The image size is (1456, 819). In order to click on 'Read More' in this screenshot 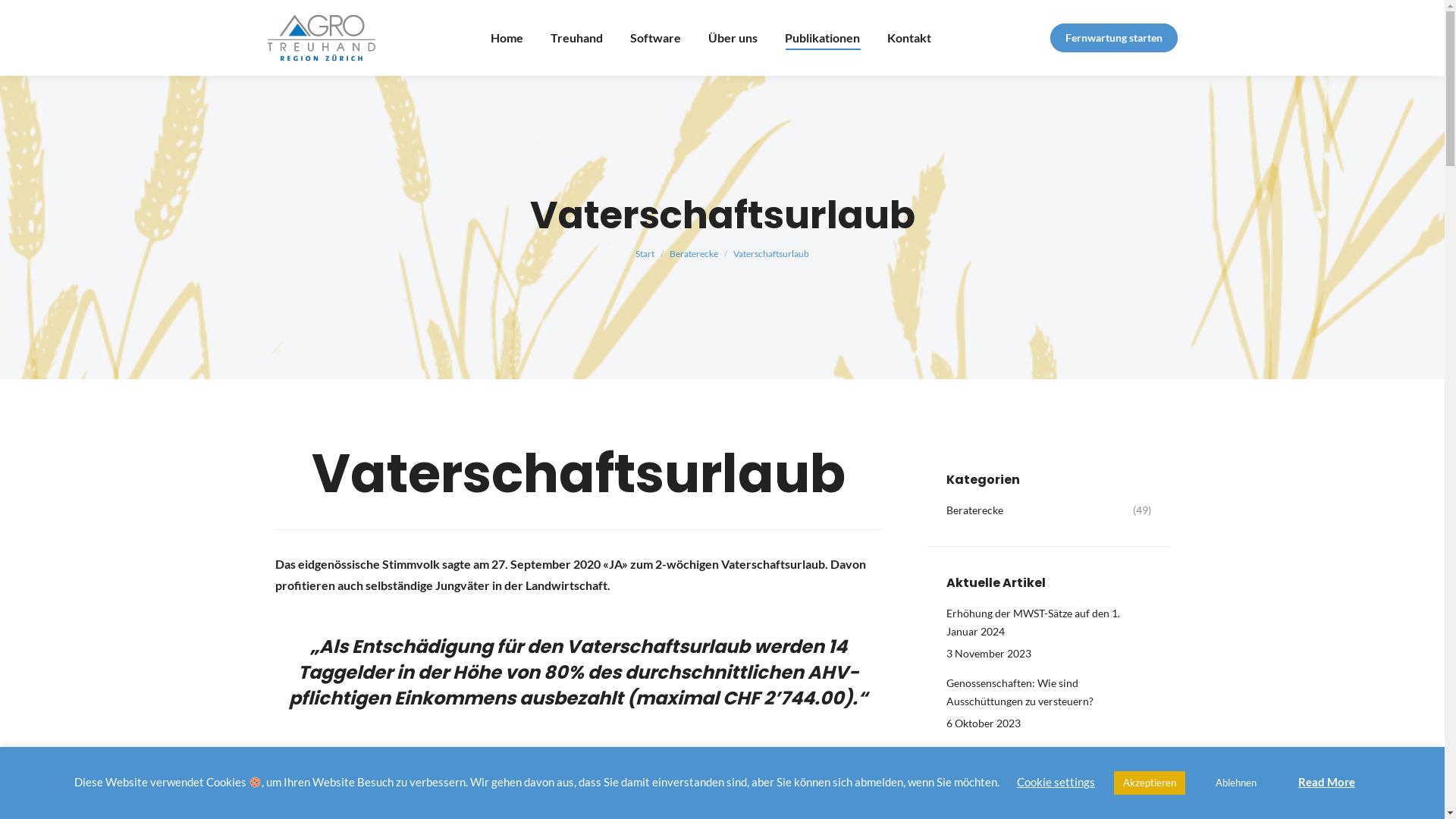, I will do `click(1326, 781)`.